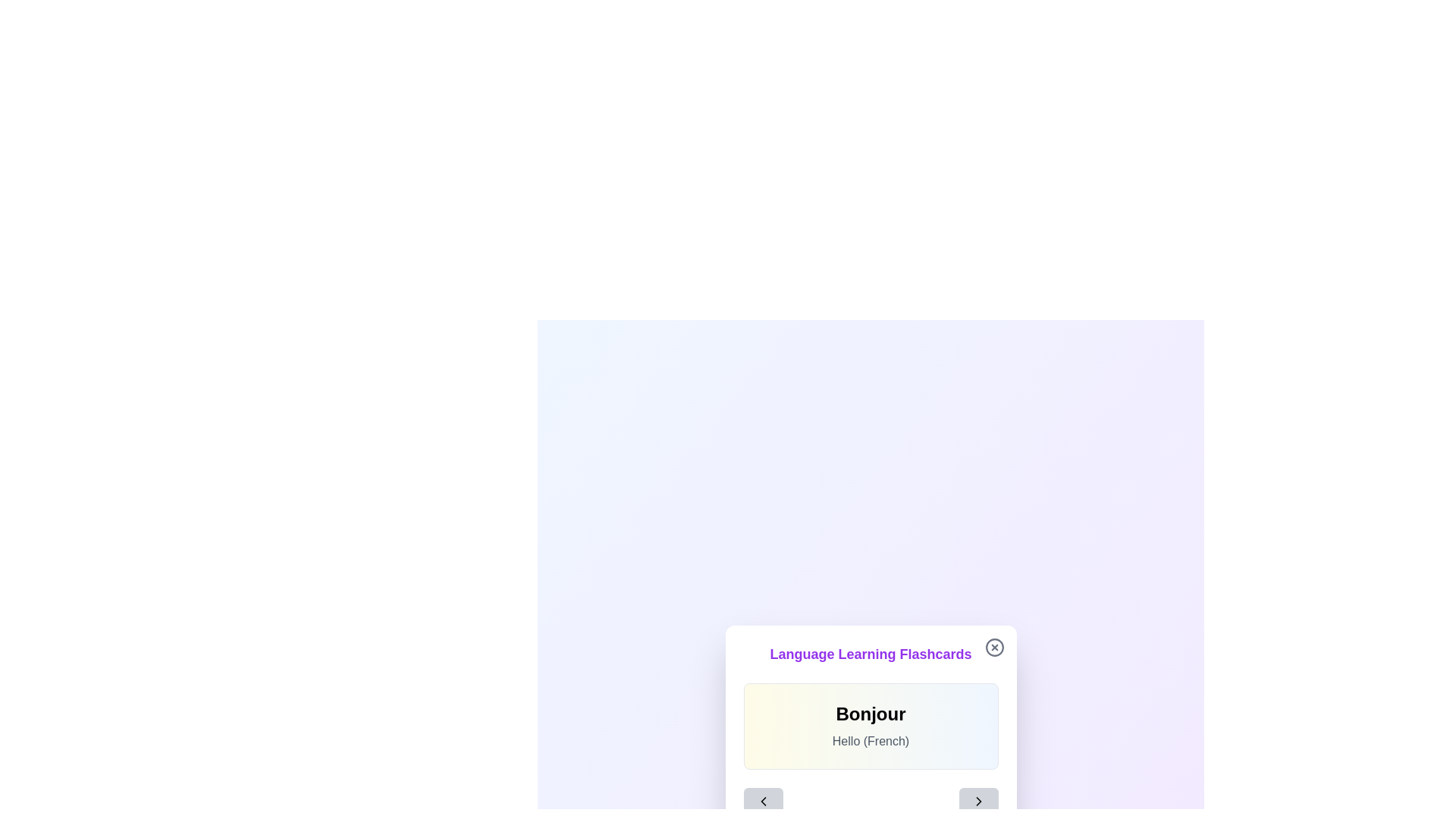 This screenshot has height=819, width=1456. What do you see at coordinates (994, 647) in the screenshot?
I see `the close button located at the top-right corner of the 'Language Learning Flashcards' card to trigger the hover effect` at bounding box center [994, 647].